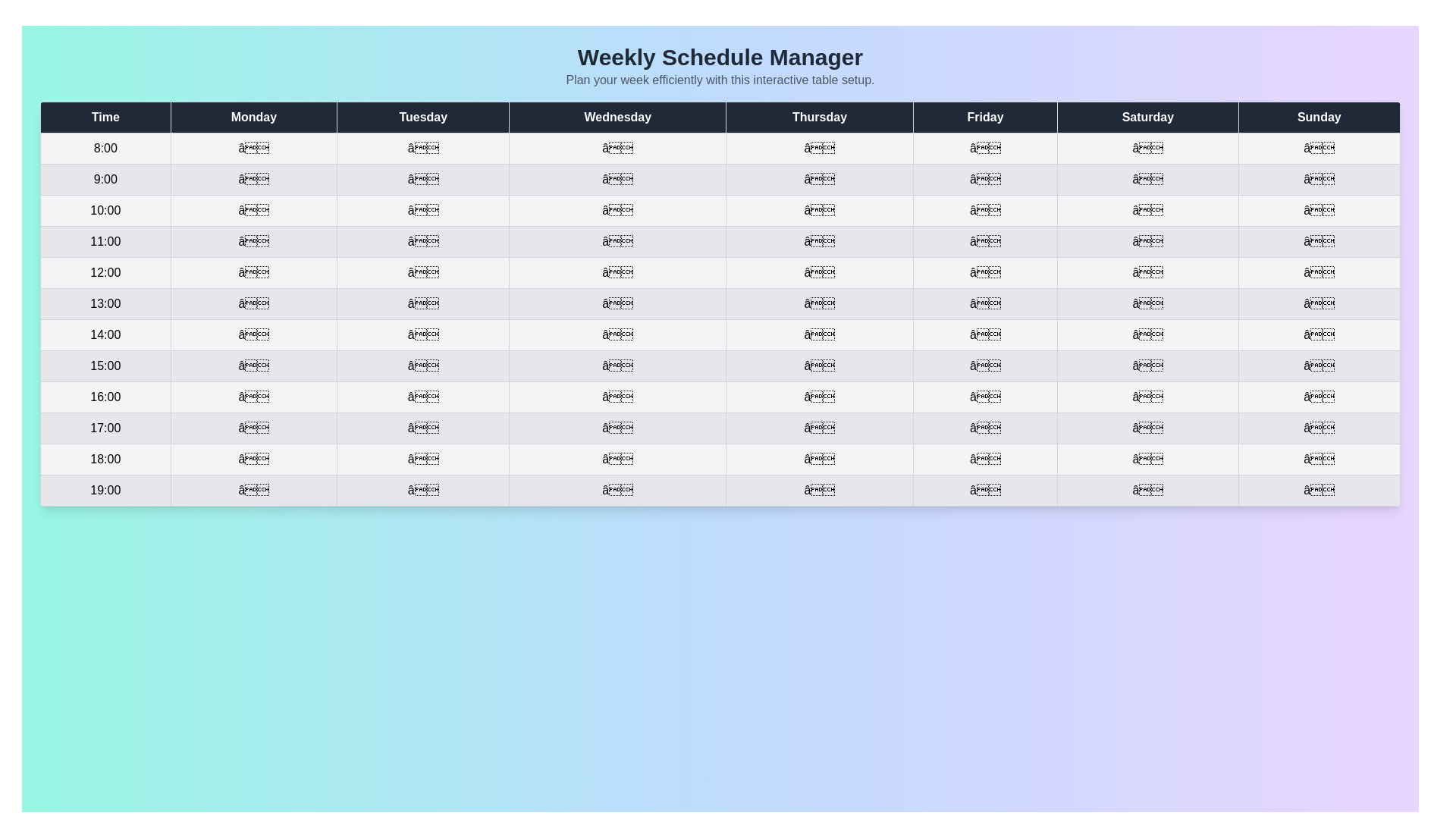  Describe the element at coordinates (423, 116) in the screenshot. I see `the header of the column labeled Tuesday to sort it` at that location.